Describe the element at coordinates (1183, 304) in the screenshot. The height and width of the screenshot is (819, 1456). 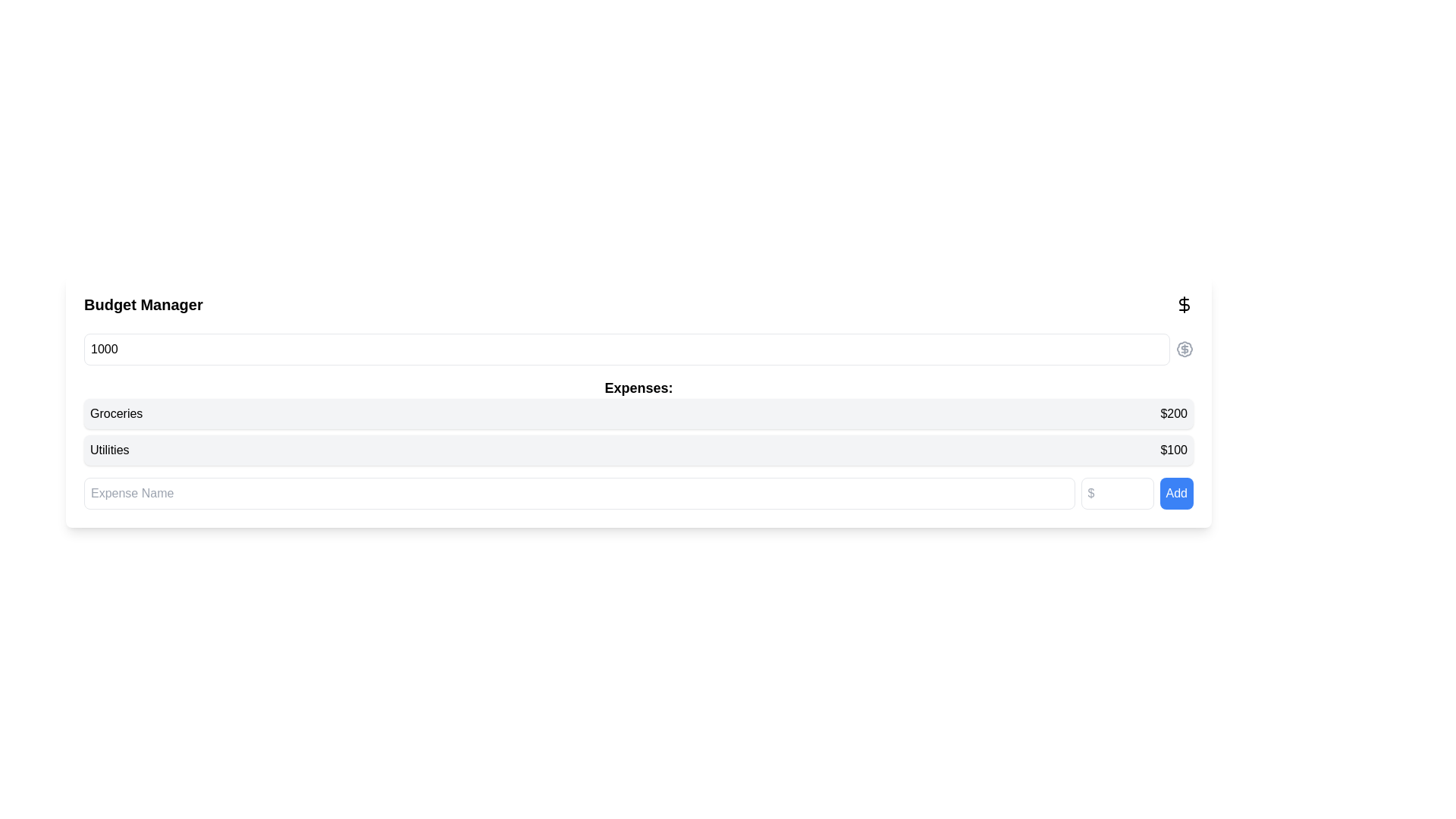
I see `the dollar sign icon representing monetary aspects within the 'Budget Manager' interface` at that location.